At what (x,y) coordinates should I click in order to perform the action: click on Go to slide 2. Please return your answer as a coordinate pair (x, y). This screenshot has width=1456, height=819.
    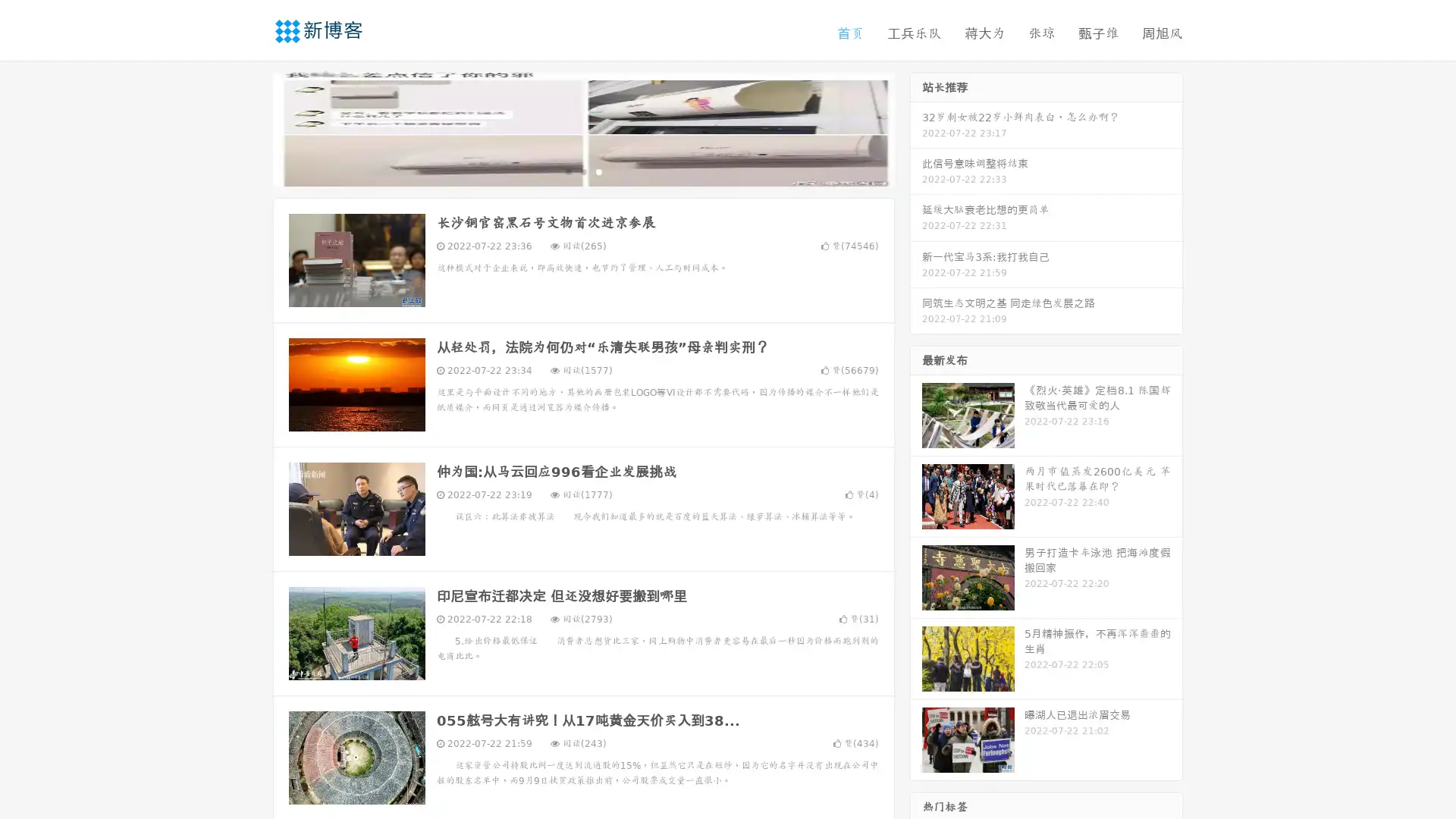
    Looking at the image, I should click on (582, 171).